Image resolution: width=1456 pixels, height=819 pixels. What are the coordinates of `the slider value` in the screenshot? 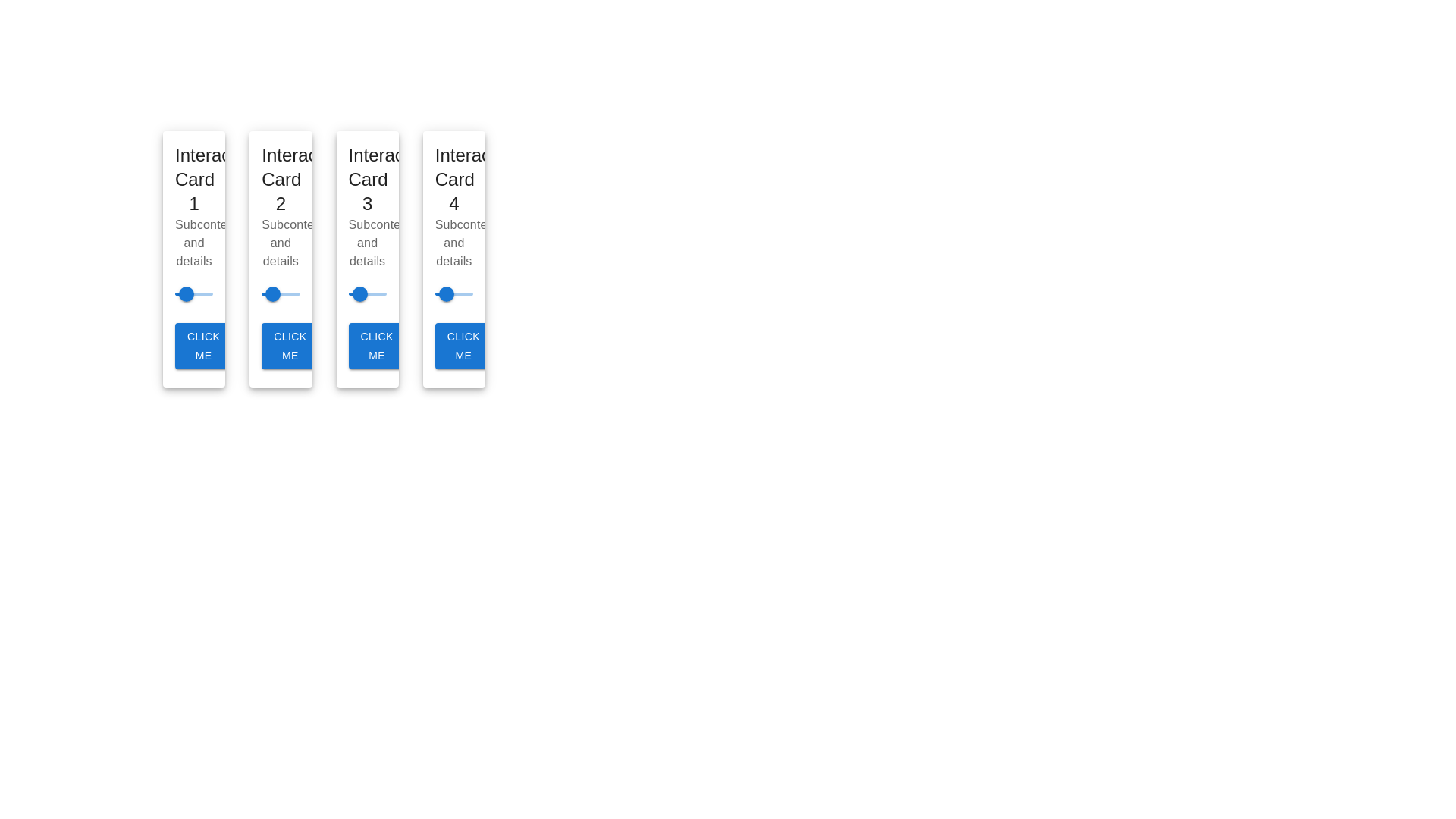 It's located at (344, 294).